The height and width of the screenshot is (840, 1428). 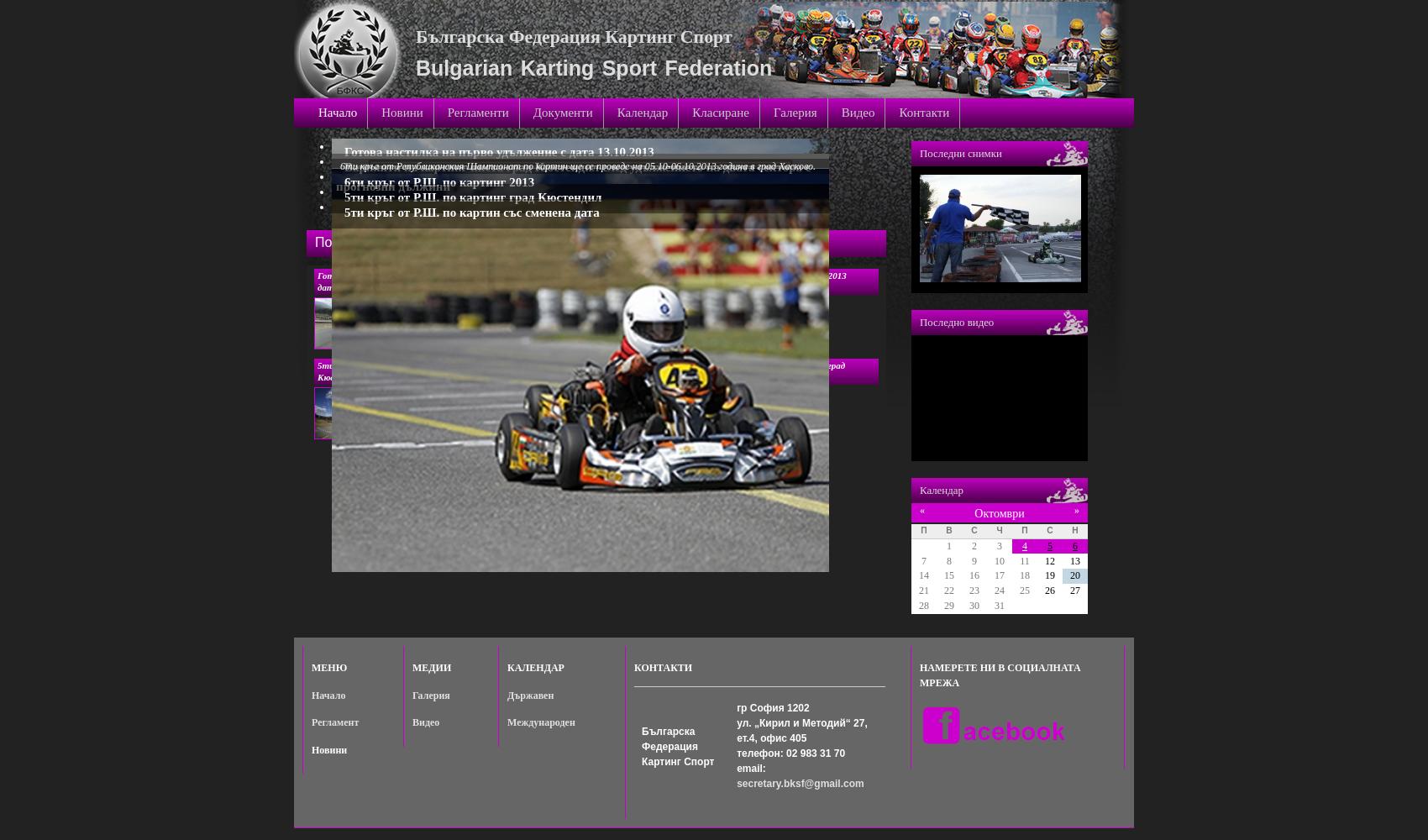 What do you see at coordinates (1049, 590) in the screenshot?
I see `'26'` at bounding box center [1049, 590].